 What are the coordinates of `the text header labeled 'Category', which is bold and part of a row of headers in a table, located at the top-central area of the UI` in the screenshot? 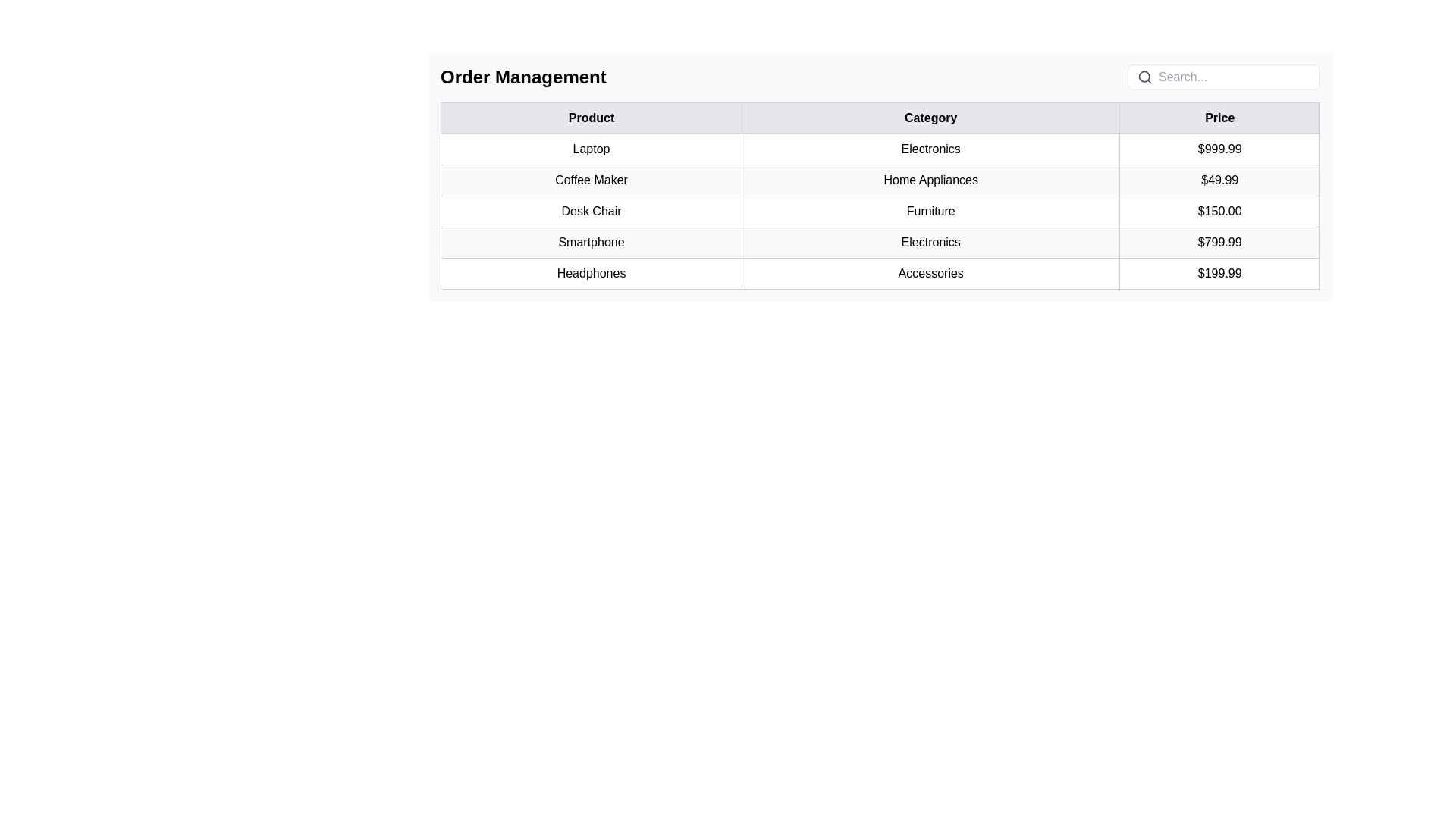 It's located at (930, 117).